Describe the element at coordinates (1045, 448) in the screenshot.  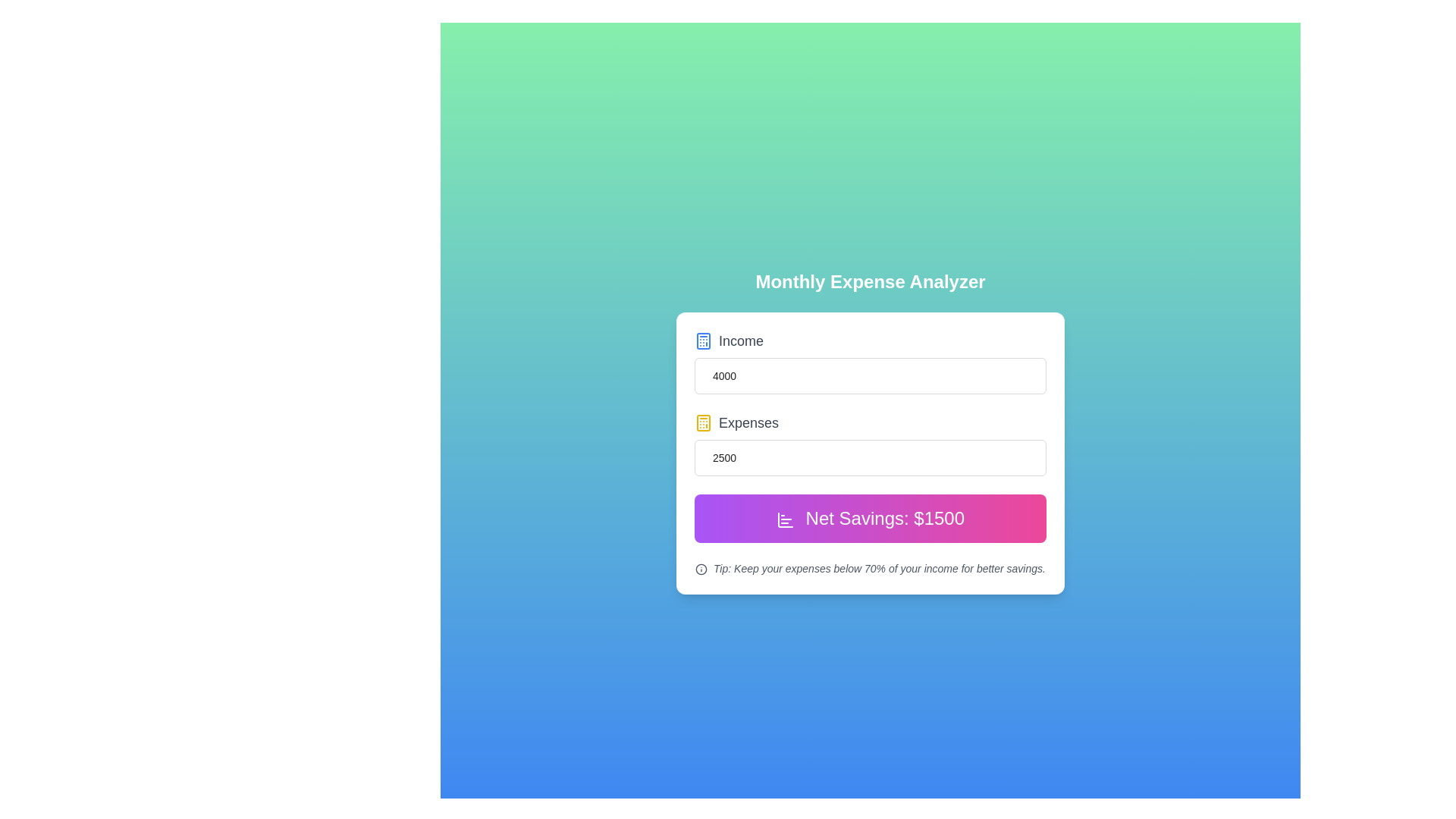
I see `the increment button located on the right side of the numeric input field for expenses to increase the numeric value` at that location.